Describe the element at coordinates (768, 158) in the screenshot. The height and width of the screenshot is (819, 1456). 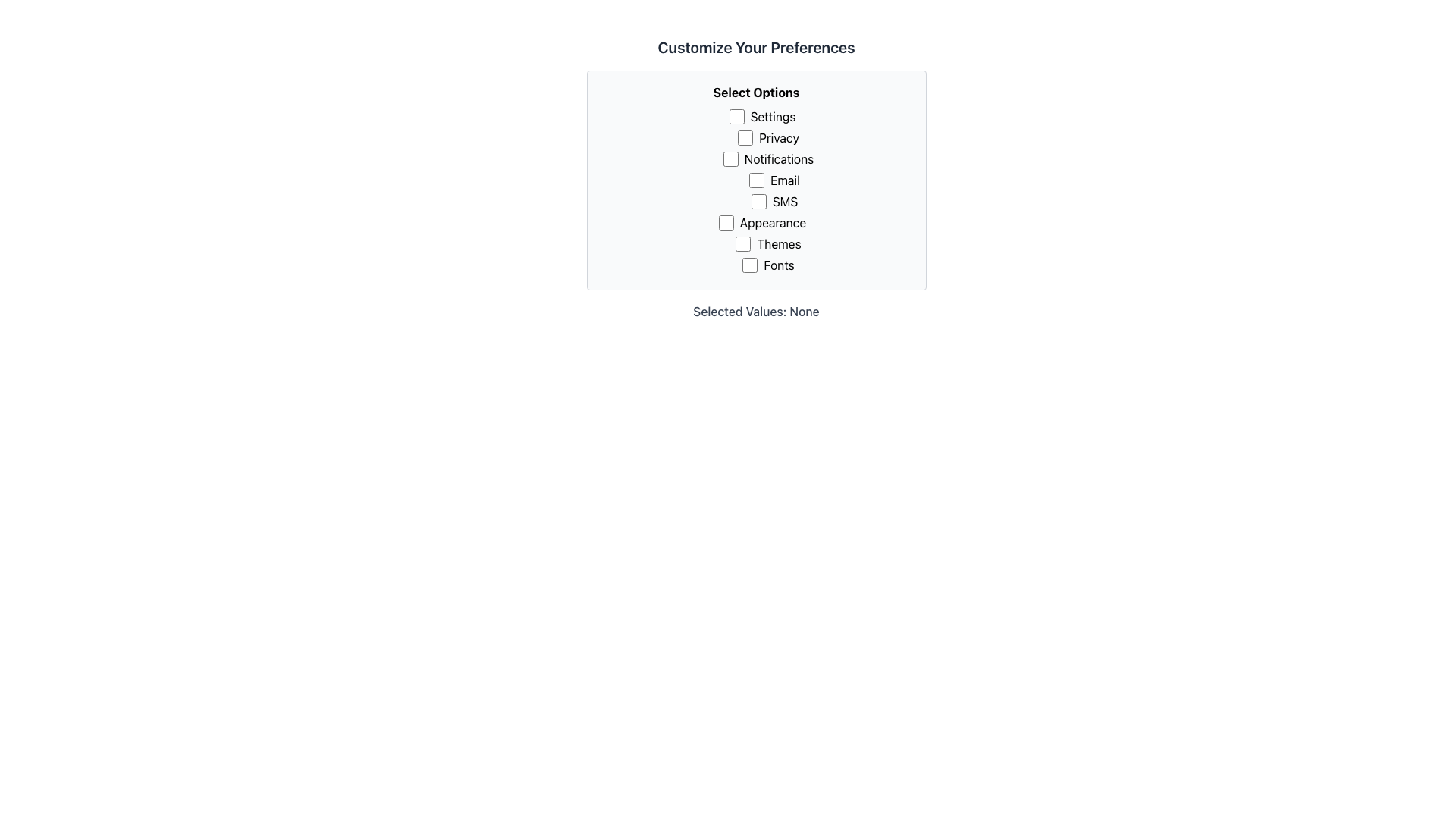
I see `the 'Notifications' label of the checkbox` at that location.